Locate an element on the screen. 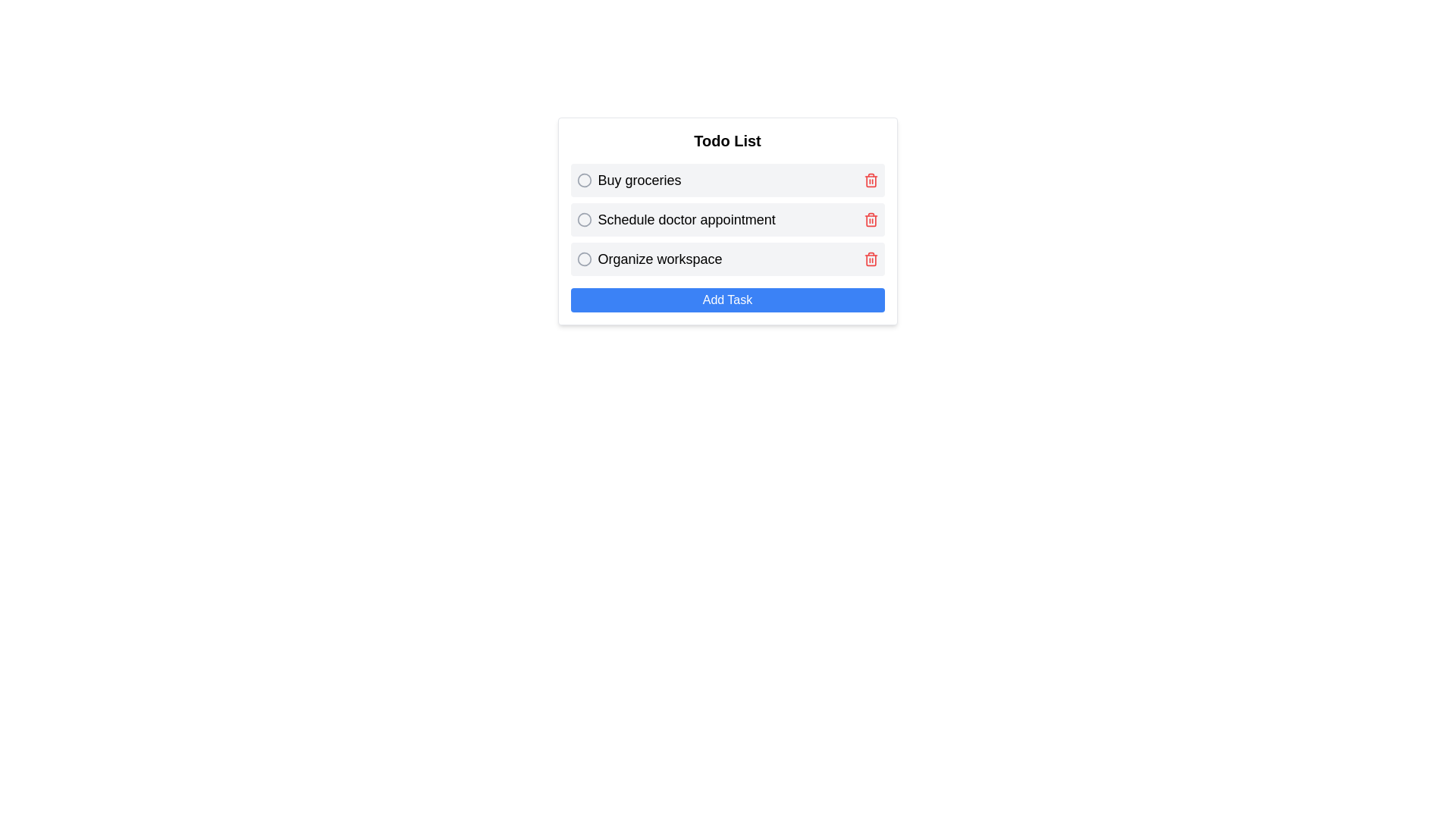  the circular icon of the third task item in the checklist to mark the task as complete is located at coordinates (649, 259).